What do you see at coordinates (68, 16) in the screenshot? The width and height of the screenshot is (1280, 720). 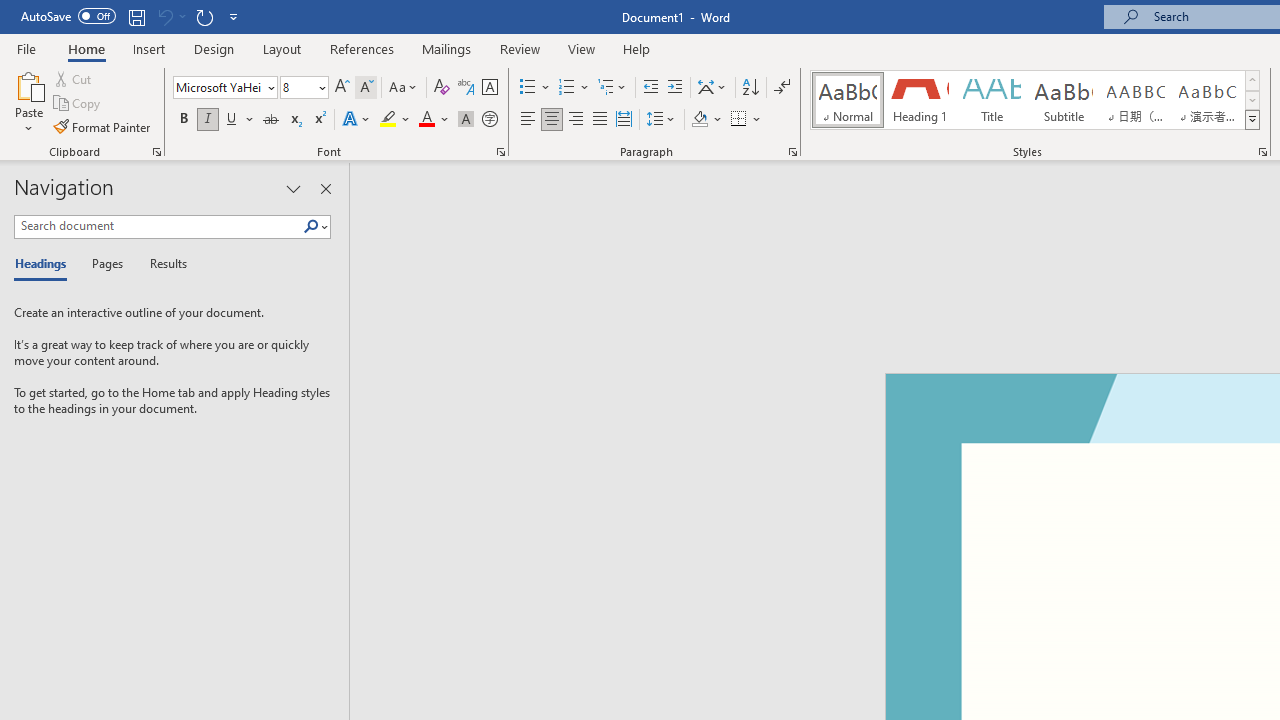 I see `'AutoSave'` at bounding box center [68, 16].